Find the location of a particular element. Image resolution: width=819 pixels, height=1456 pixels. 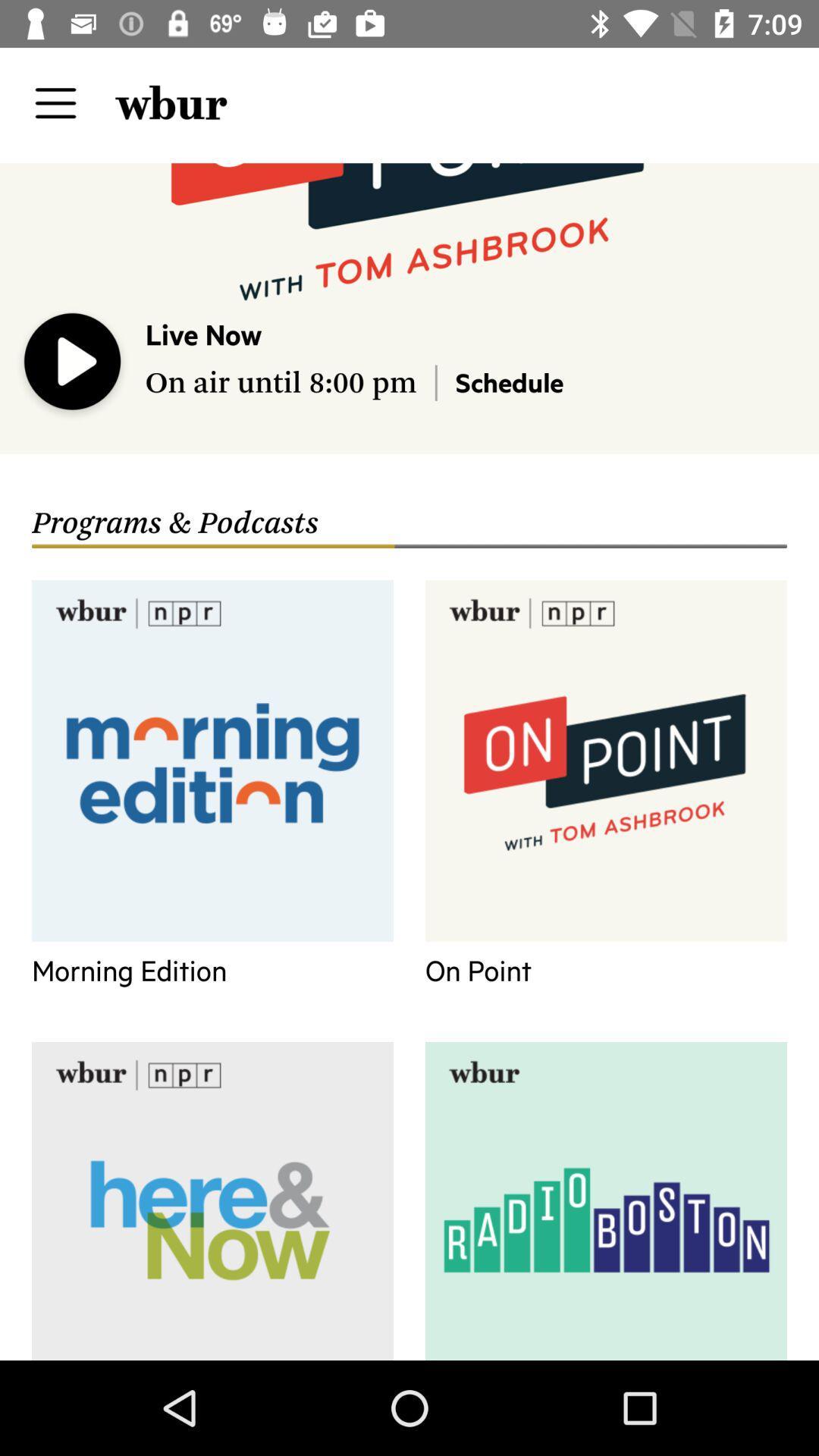

schedule icon is located at coordinates (509, 381).